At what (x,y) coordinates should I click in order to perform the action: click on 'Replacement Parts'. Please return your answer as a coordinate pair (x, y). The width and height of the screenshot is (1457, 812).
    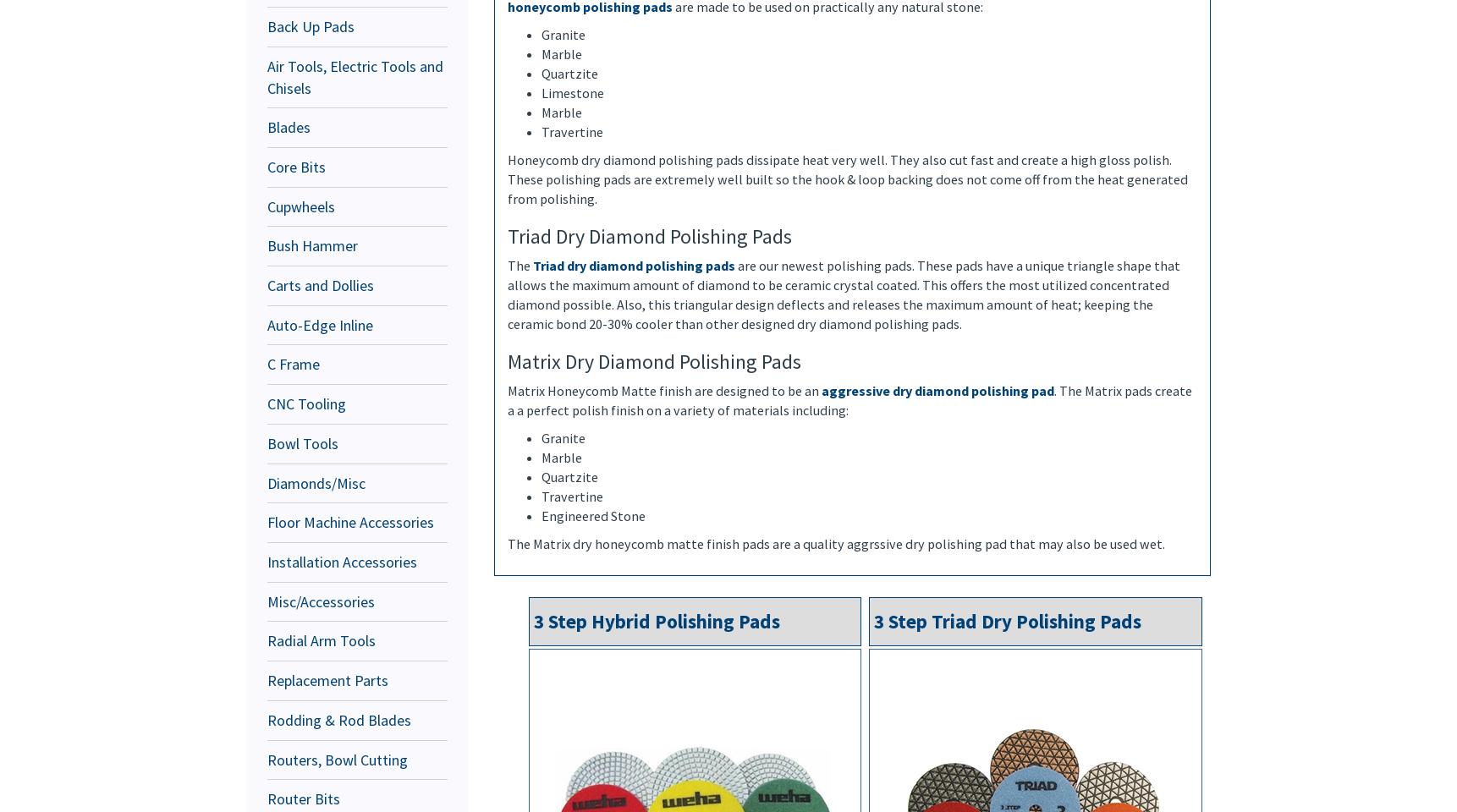
    Looking at the image, I should click on (327, 680).